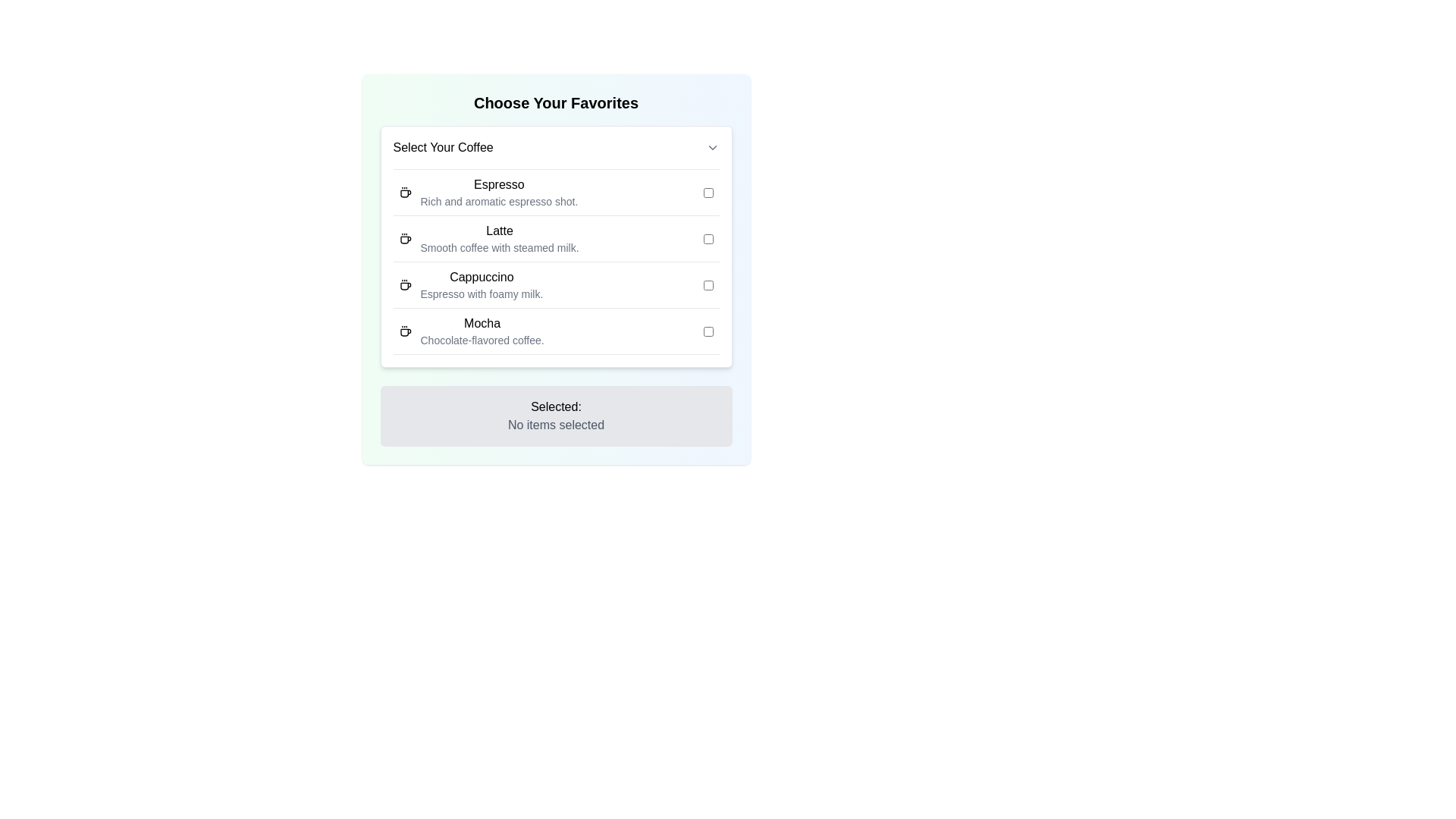 Image resolution: width=1456 pixels, height=819 pixels. I want to click on the 'Latte' icon in the coffee selection menu, which is located to the left of the 'Latte' text, so click(405, 239).